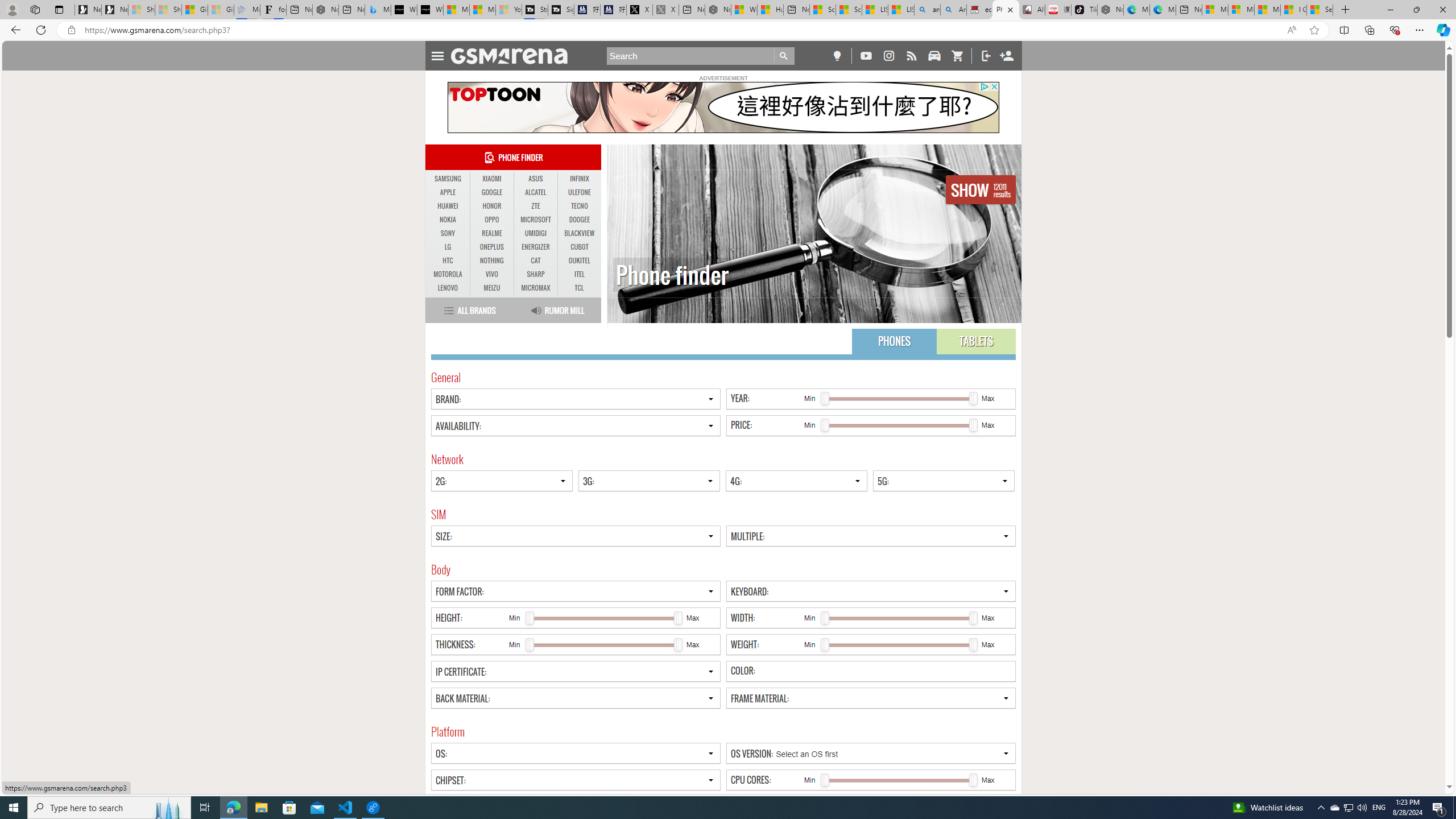 This screenshot has width=1456, height=819. Describe the element at coordinates (535, 246) in the screenshot. I see `'ENERGIZER'` at that location.